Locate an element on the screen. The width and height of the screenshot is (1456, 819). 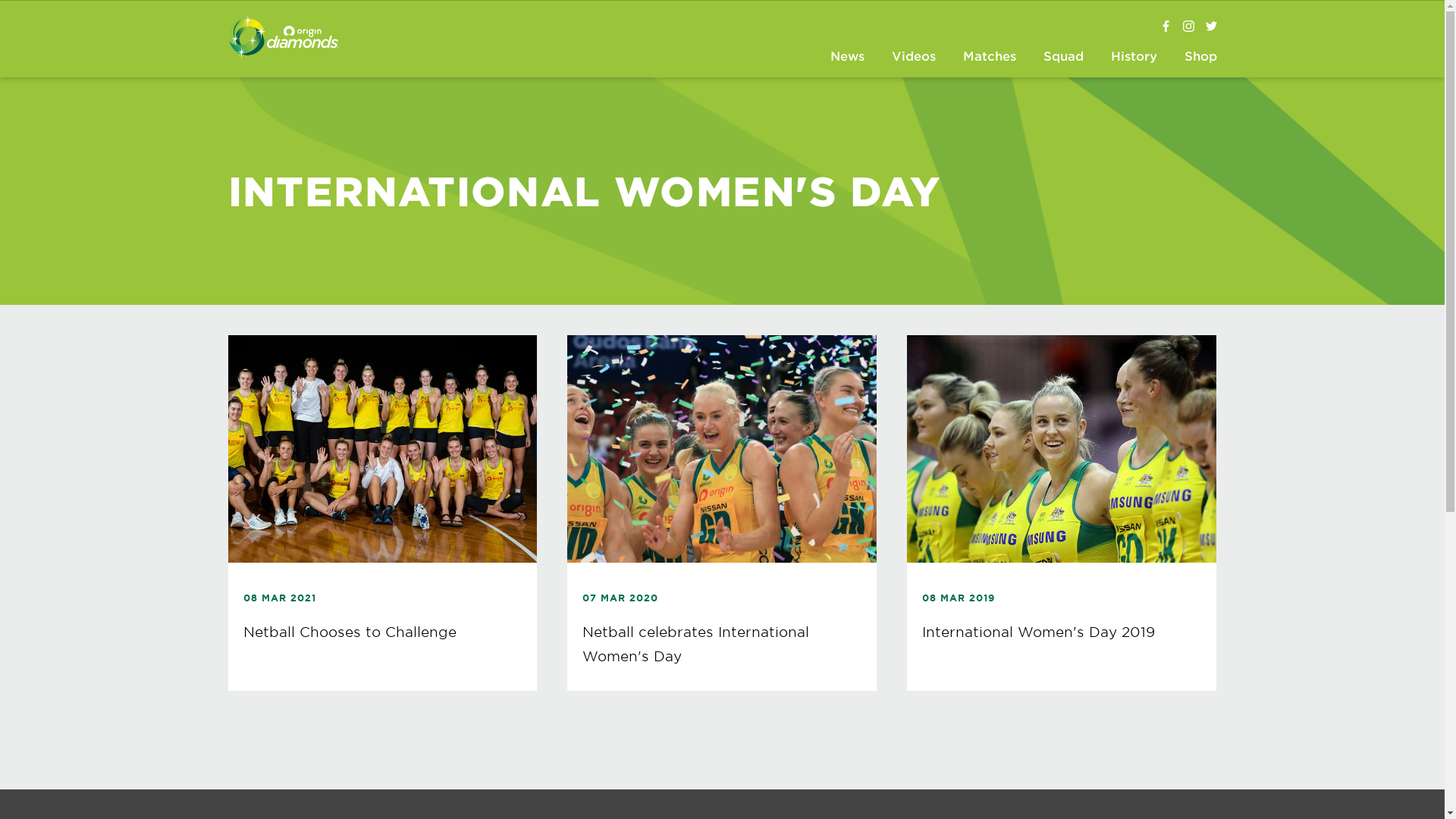
'Videos' is located at coordinates (912, 57).